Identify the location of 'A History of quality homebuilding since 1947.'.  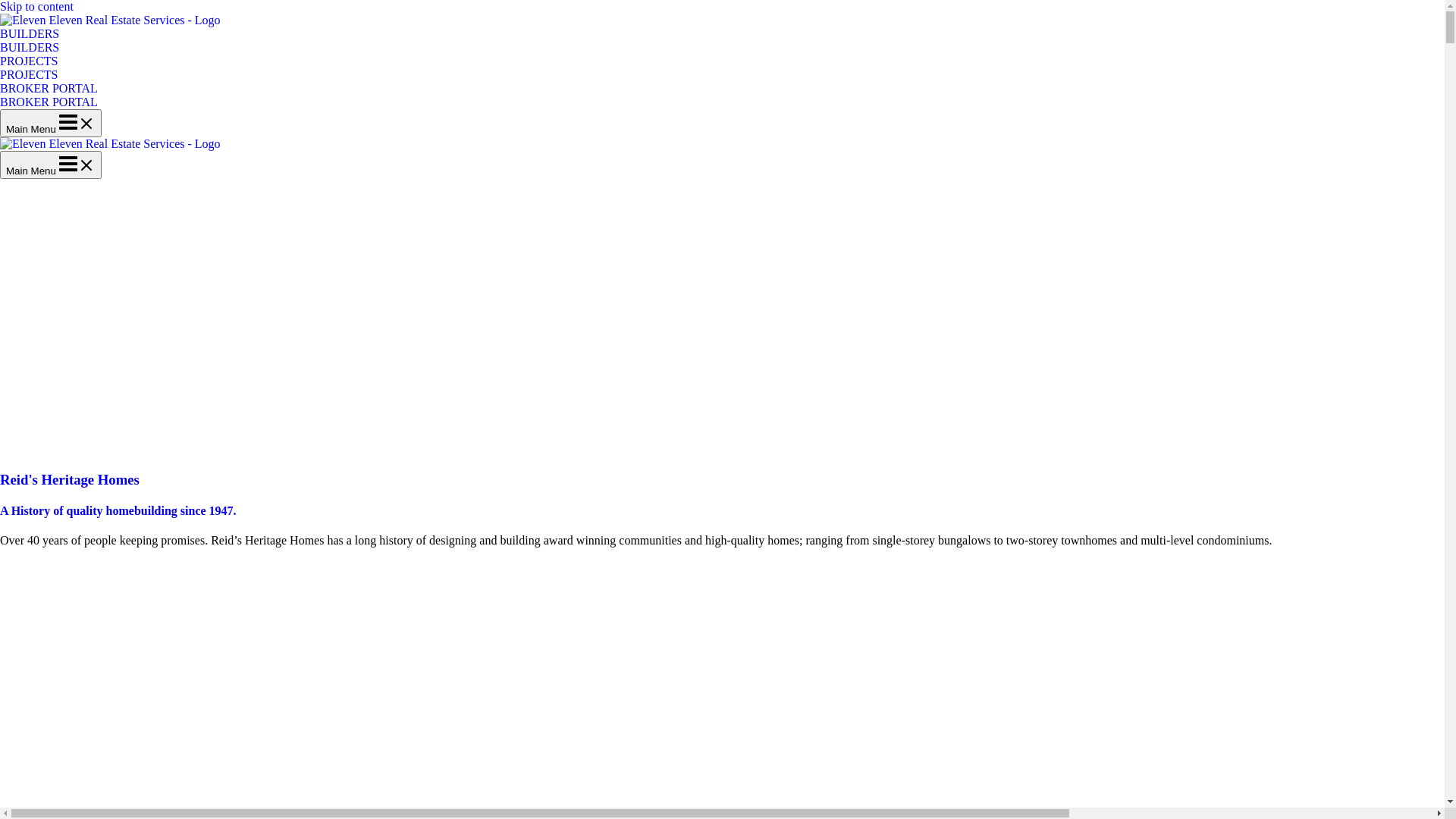
(0, 510).